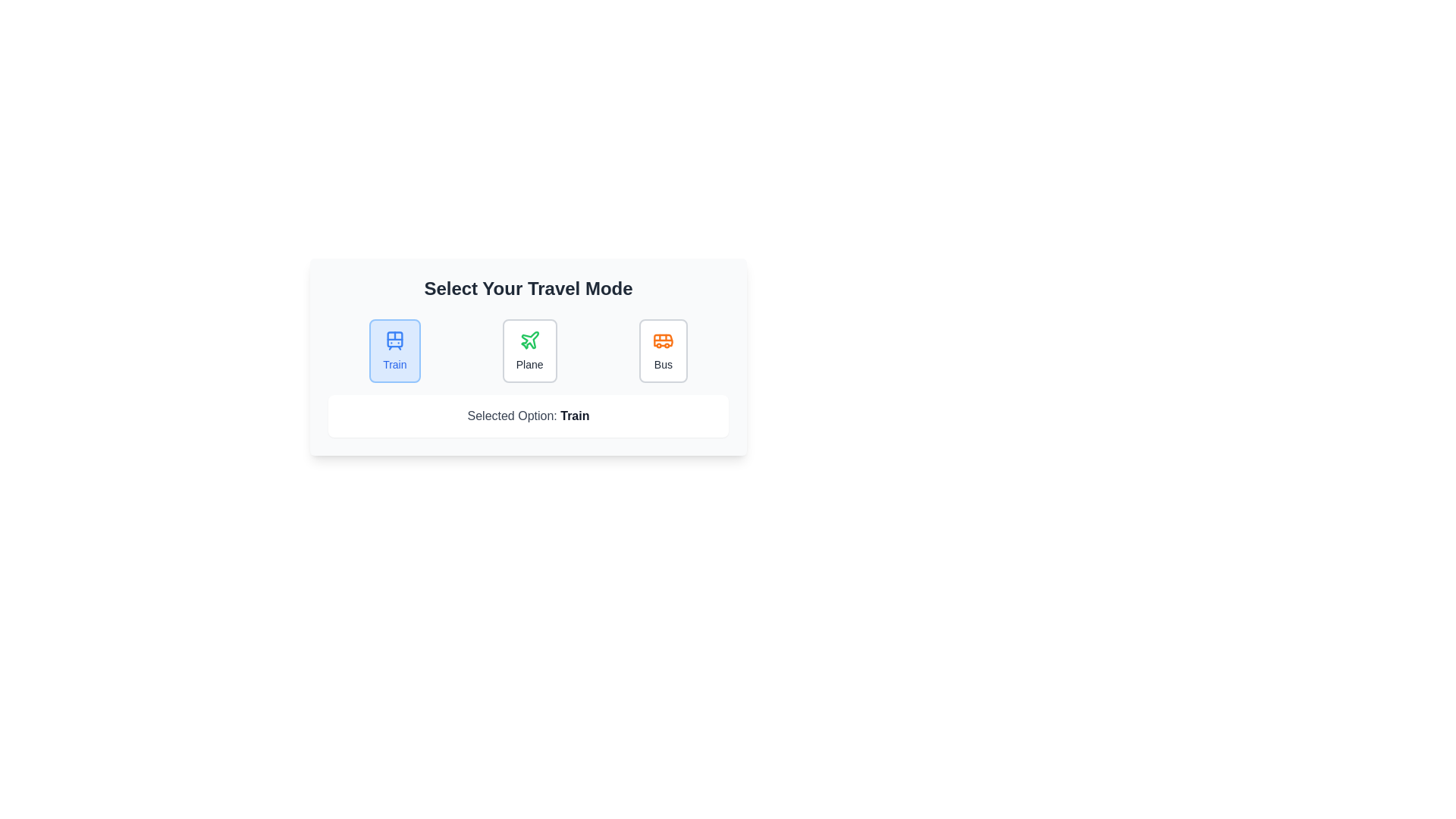  What do you see at coordinates (663, 339) in the screenshot?
I see `the bus icon graphic located within the rightmost button labeled 'Bus' in a row of three horizontally aligned buttons` at bounding box center [663, 339].